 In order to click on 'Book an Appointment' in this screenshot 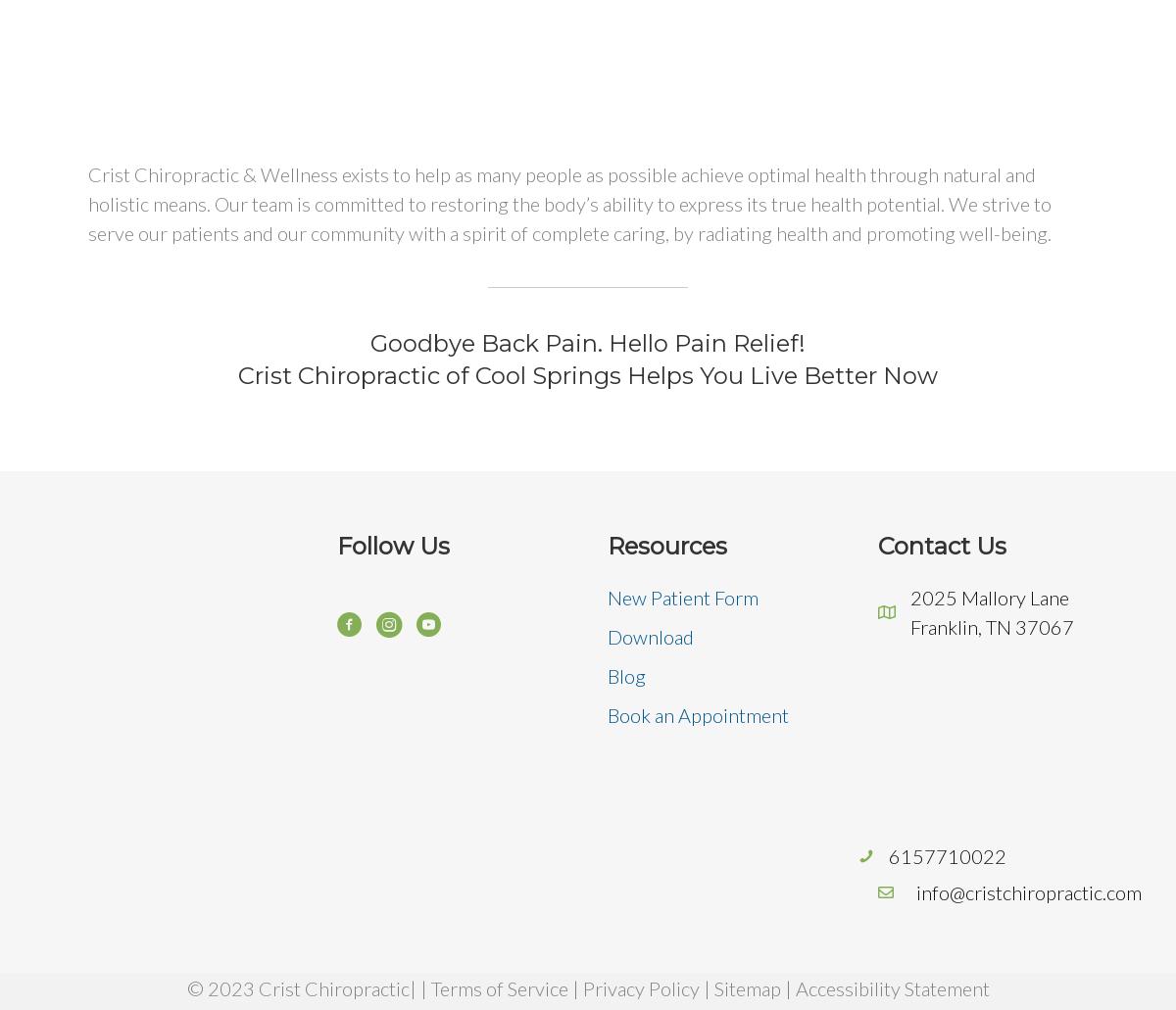, I will do `click(698, 713)`.